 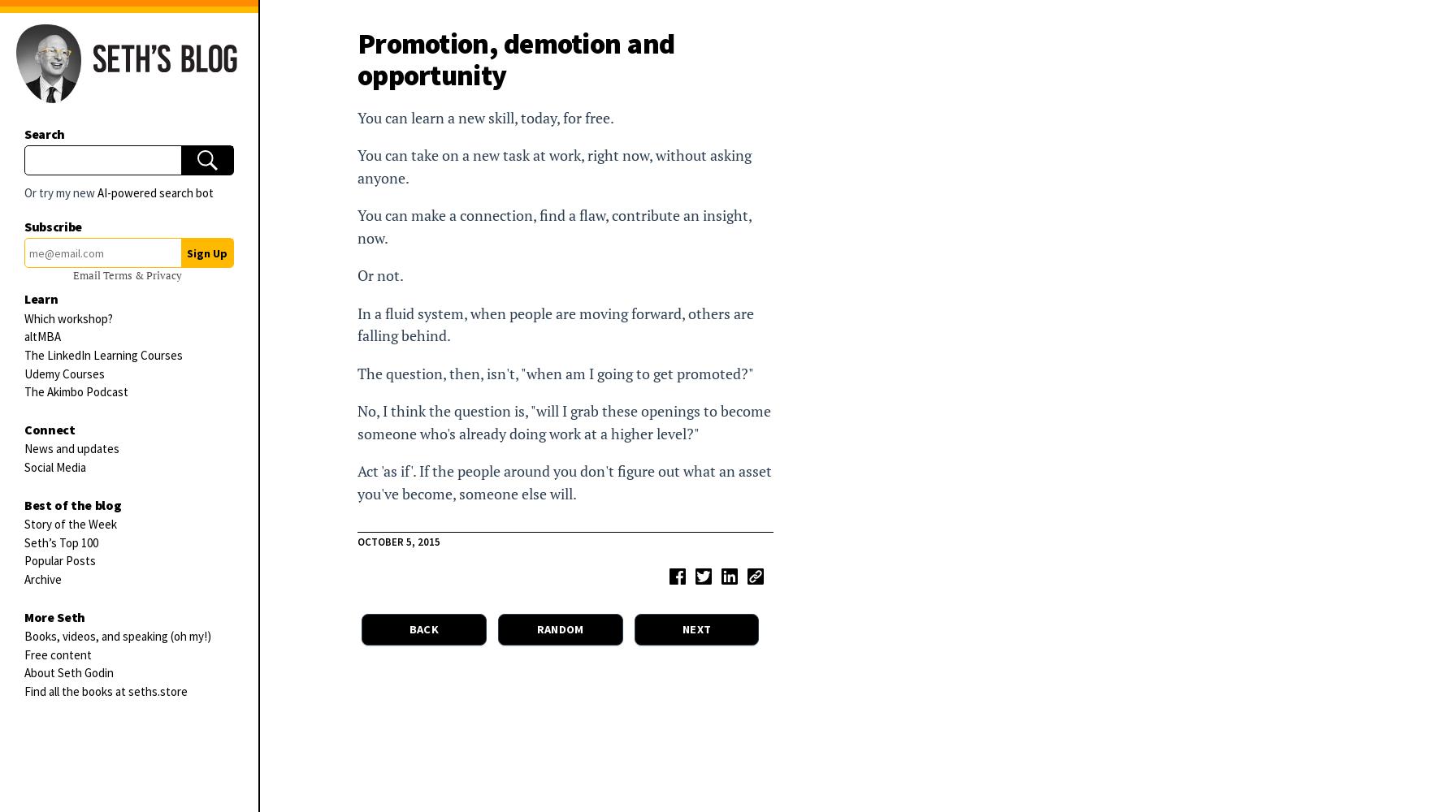 What do you see at coordinates (24, 577) in the screenshot?
I see `'Archive'` at bounding box center [24, 577].